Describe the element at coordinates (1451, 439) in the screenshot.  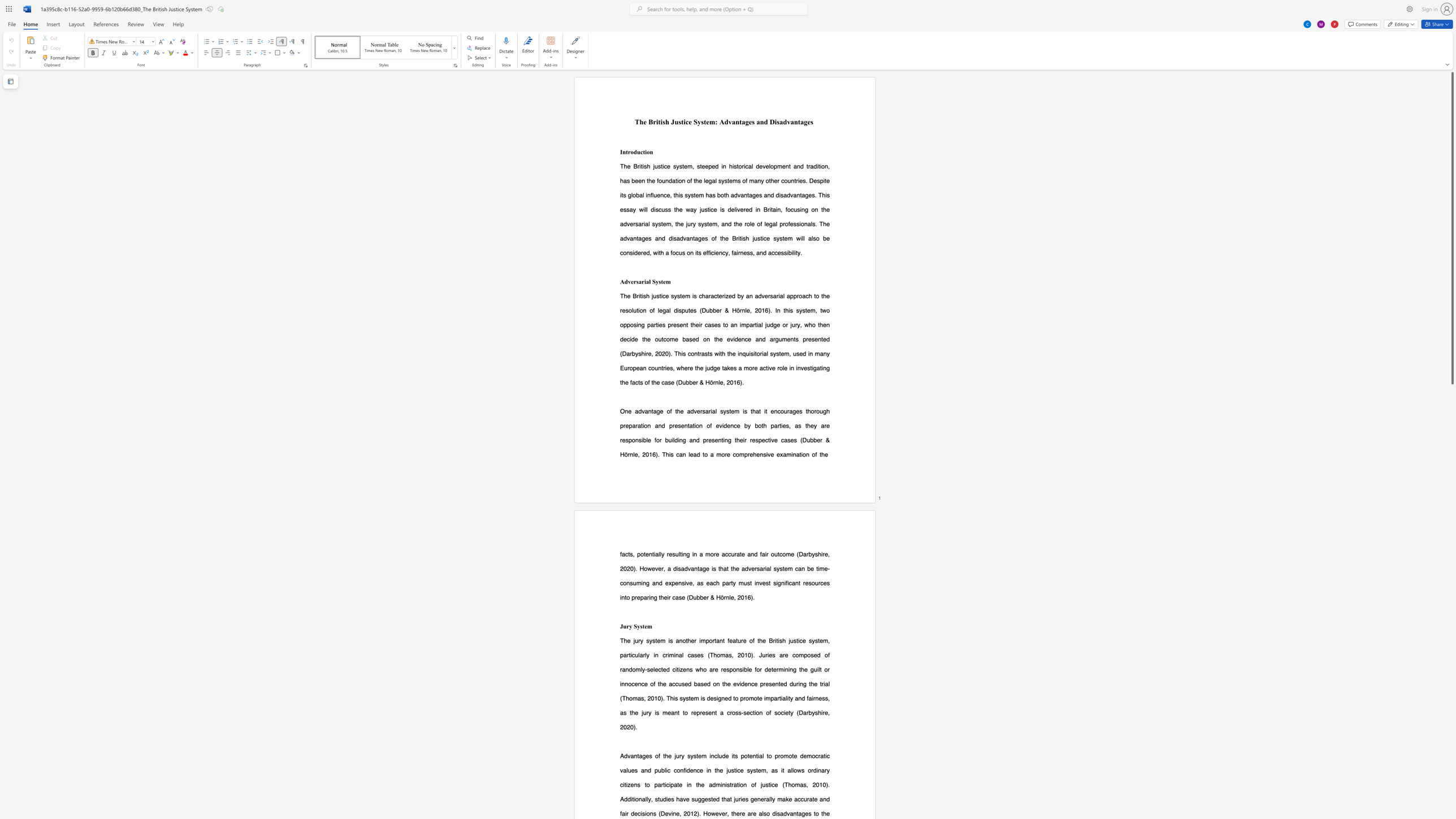
I see `the scrollbar to scroll downward` at that location.